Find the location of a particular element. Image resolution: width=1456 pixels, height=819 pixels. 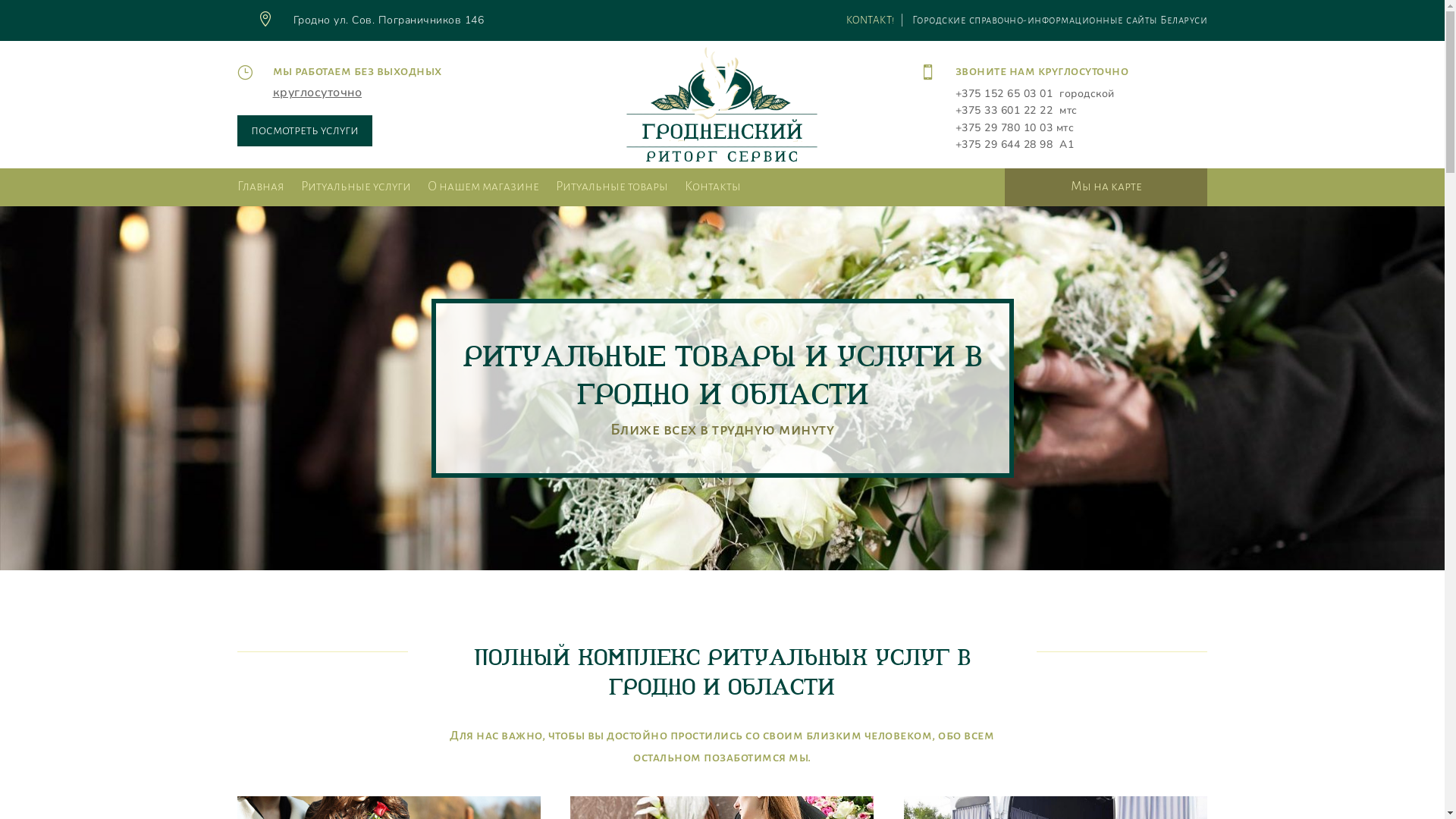

'+375 29 780 10 03' is located at coordinates (1004, 127).